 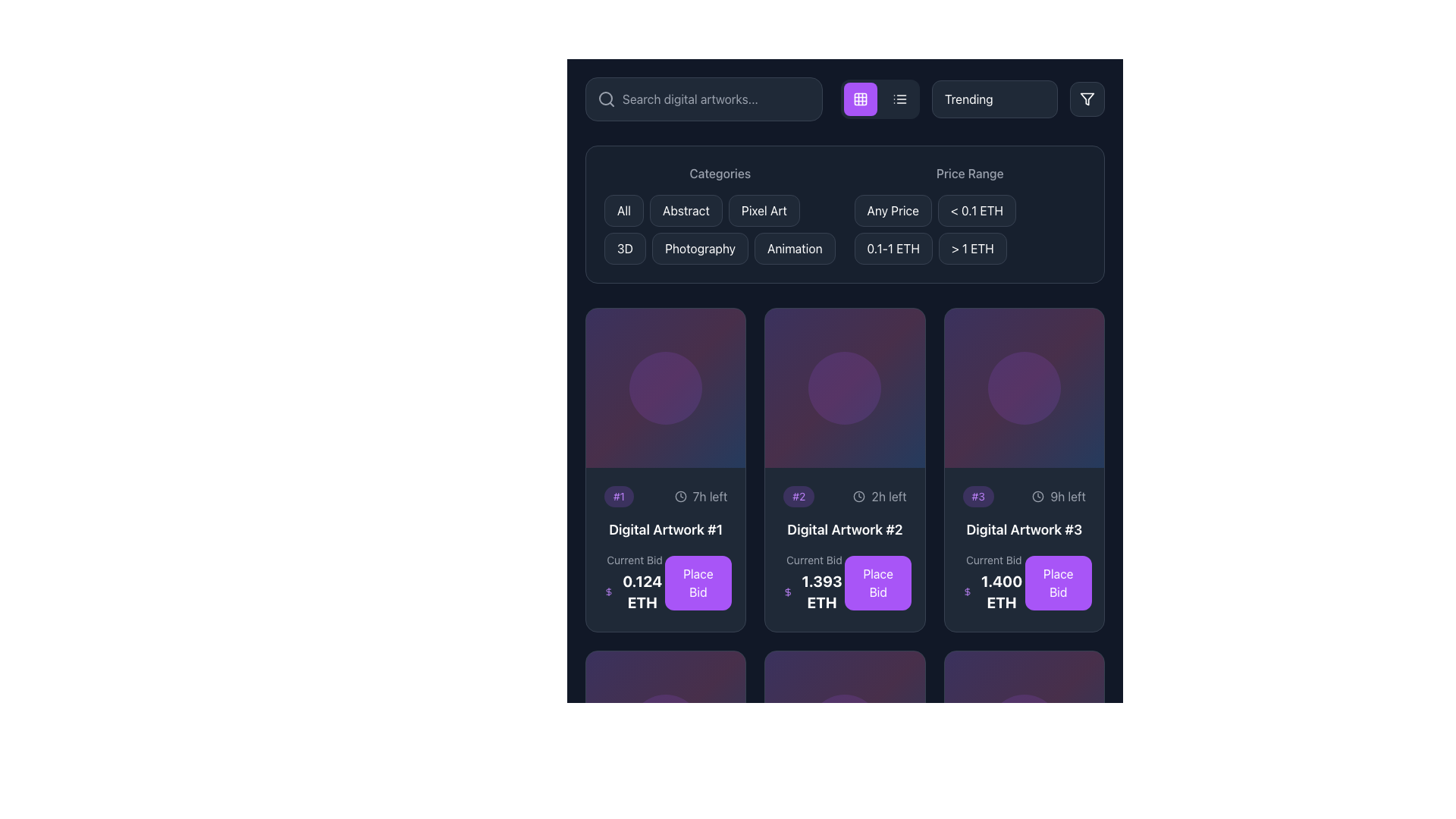 I want to click on the Toggle group containing two buttons, styled with a dark gray background and rounded corners, so click(x=880, y=99).